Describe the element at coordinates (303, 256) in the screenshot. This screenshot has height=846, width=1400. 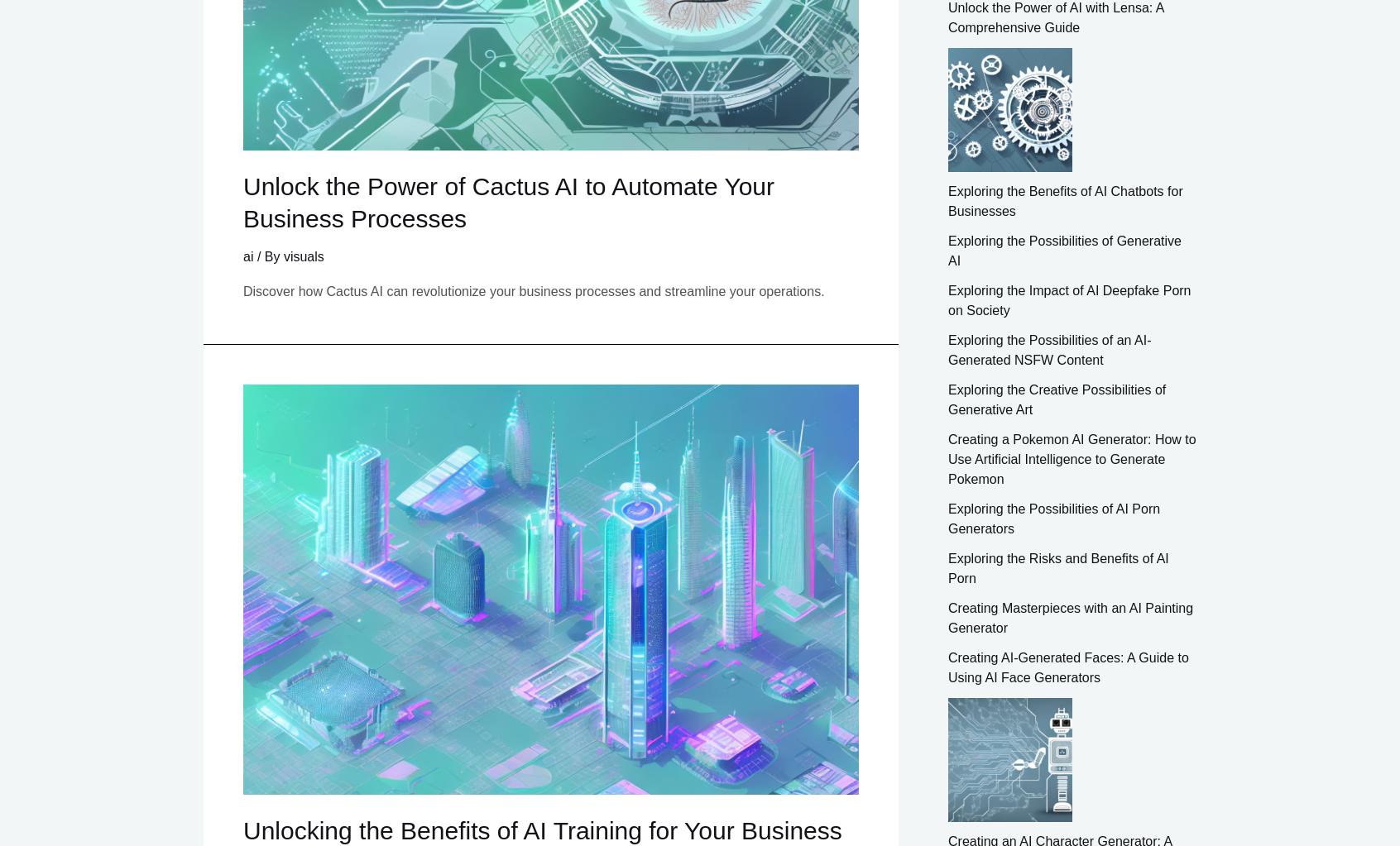
I see `'visuals'` at that location.